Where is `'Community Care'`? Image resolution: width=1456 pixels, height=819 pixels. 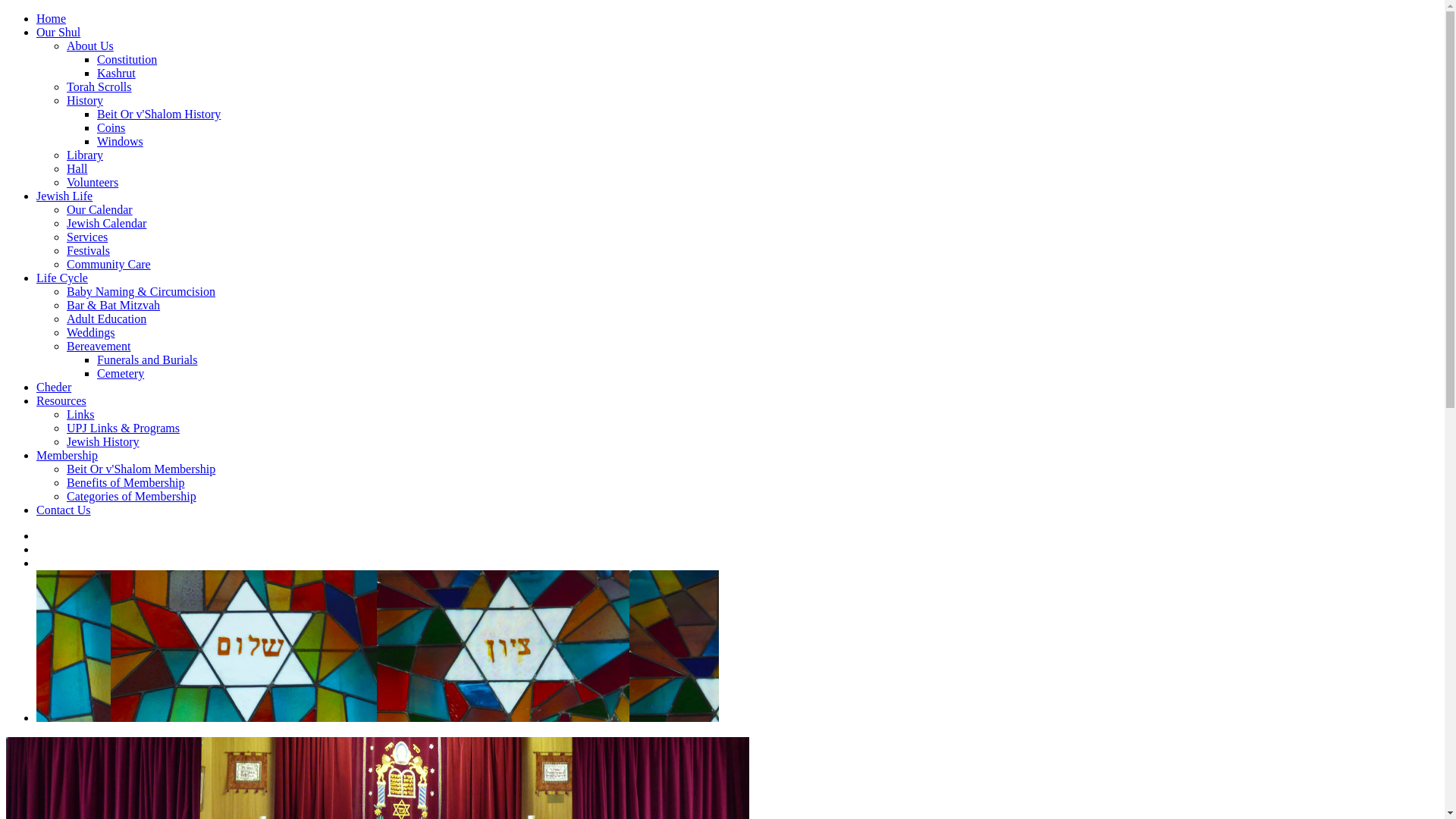
'Community Care' is located at coordinates (65, 263).